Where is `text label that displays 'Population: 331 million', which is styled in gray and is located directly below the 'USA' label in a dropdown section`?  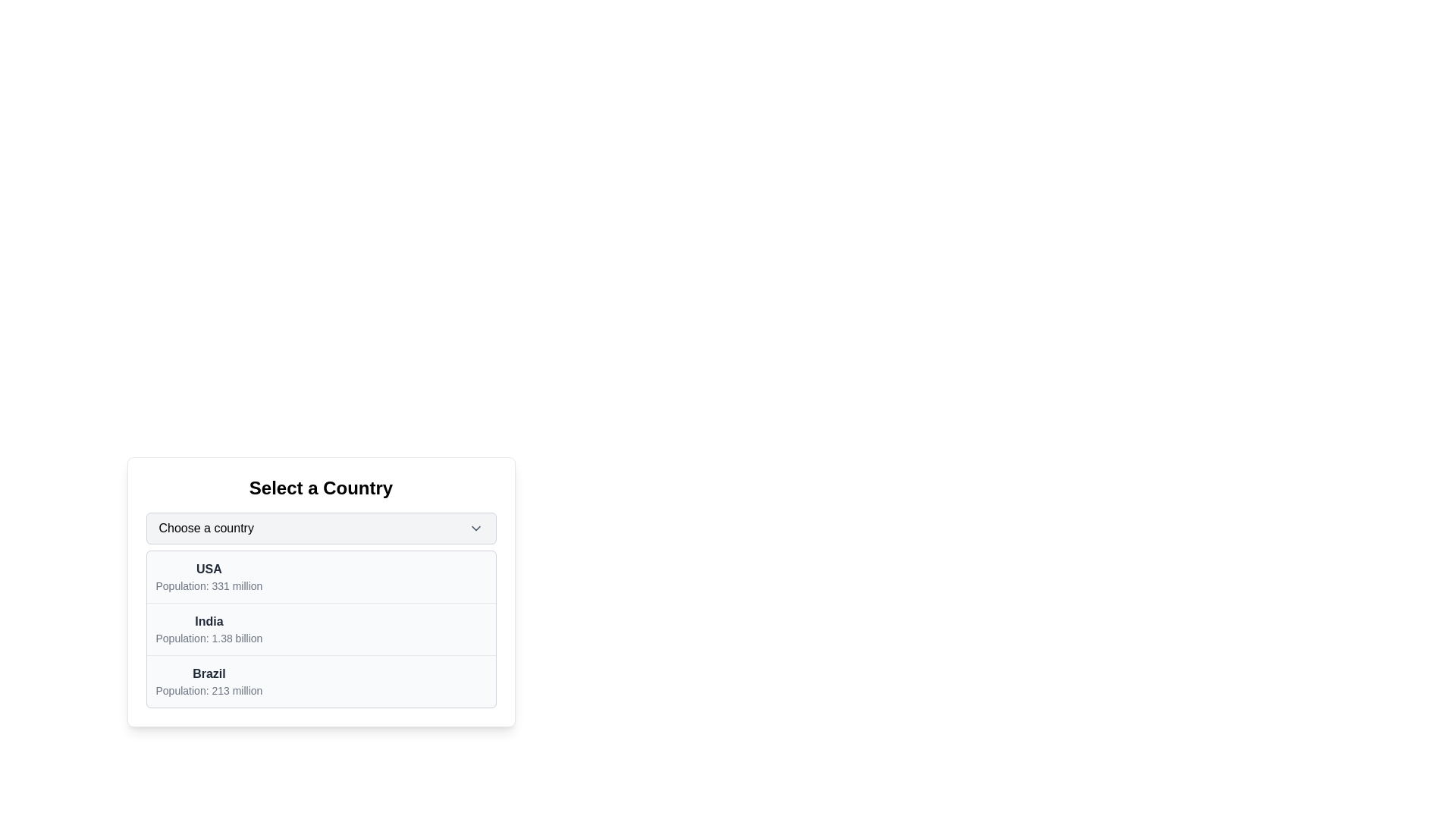 text label that displays 'Population: 331 million', which is styled in gray and is located directly below the 'USA' label in a dropdown section is located at coordinates (208, 585).